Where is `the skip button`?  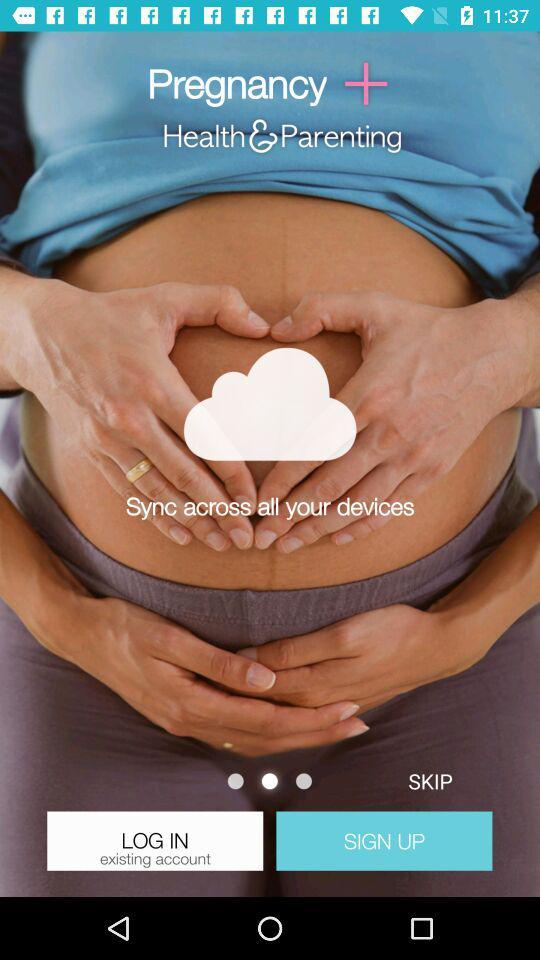
the skip button is located at coordinates (429, 781).